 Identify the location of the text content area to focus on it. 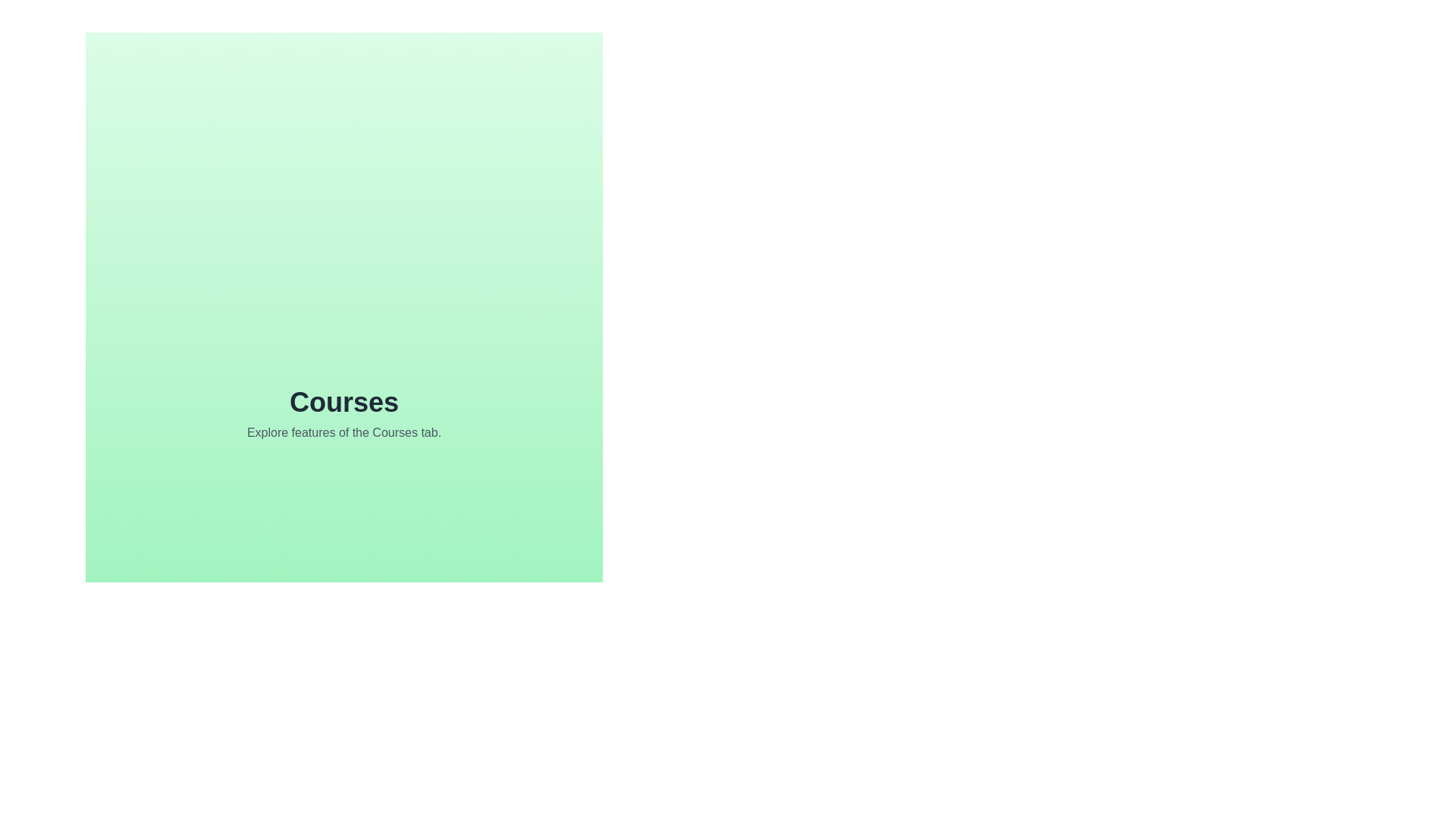
(344, 414).